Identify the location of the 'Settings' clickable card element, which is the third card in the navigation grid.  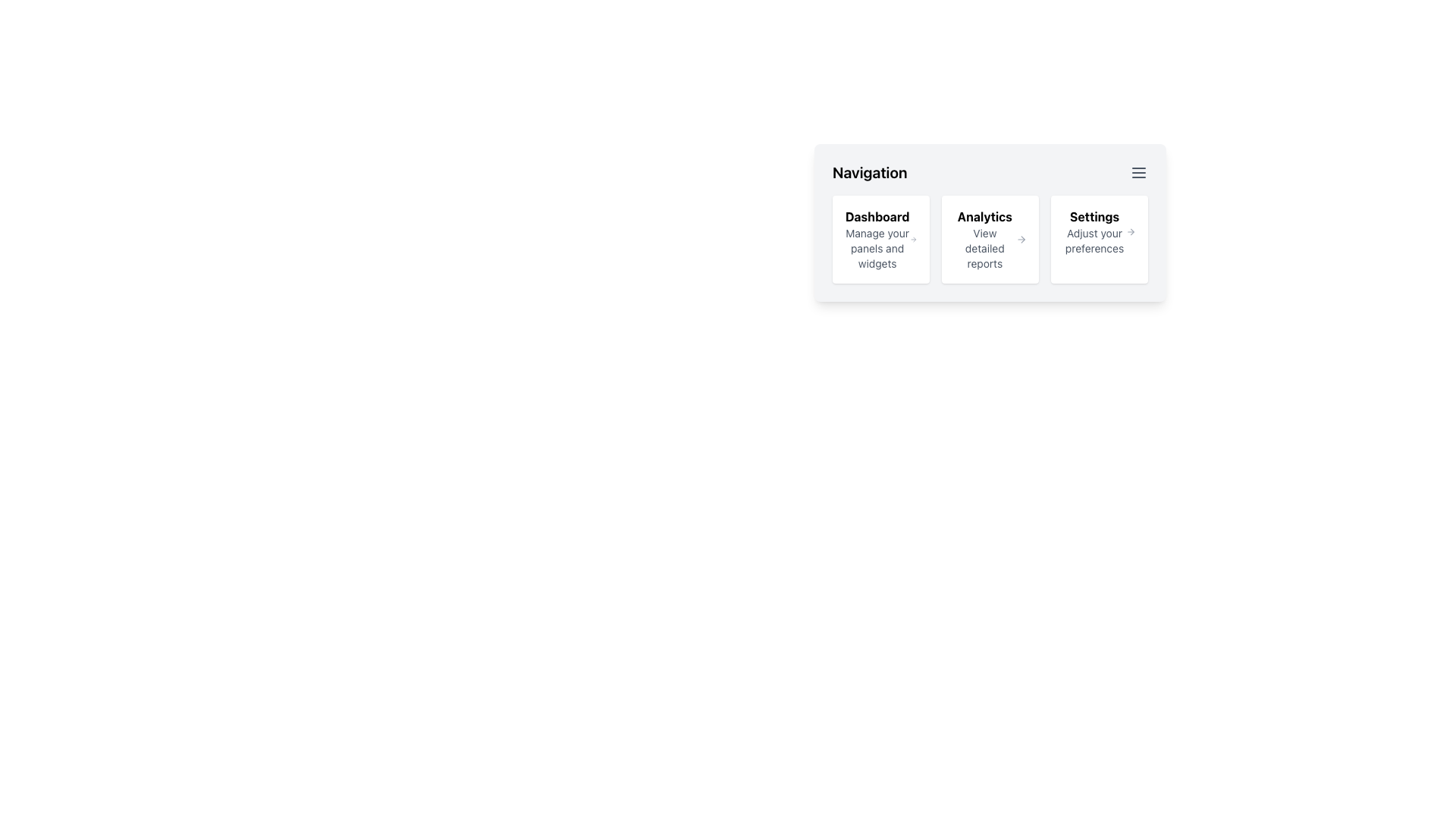
(1099, 239).